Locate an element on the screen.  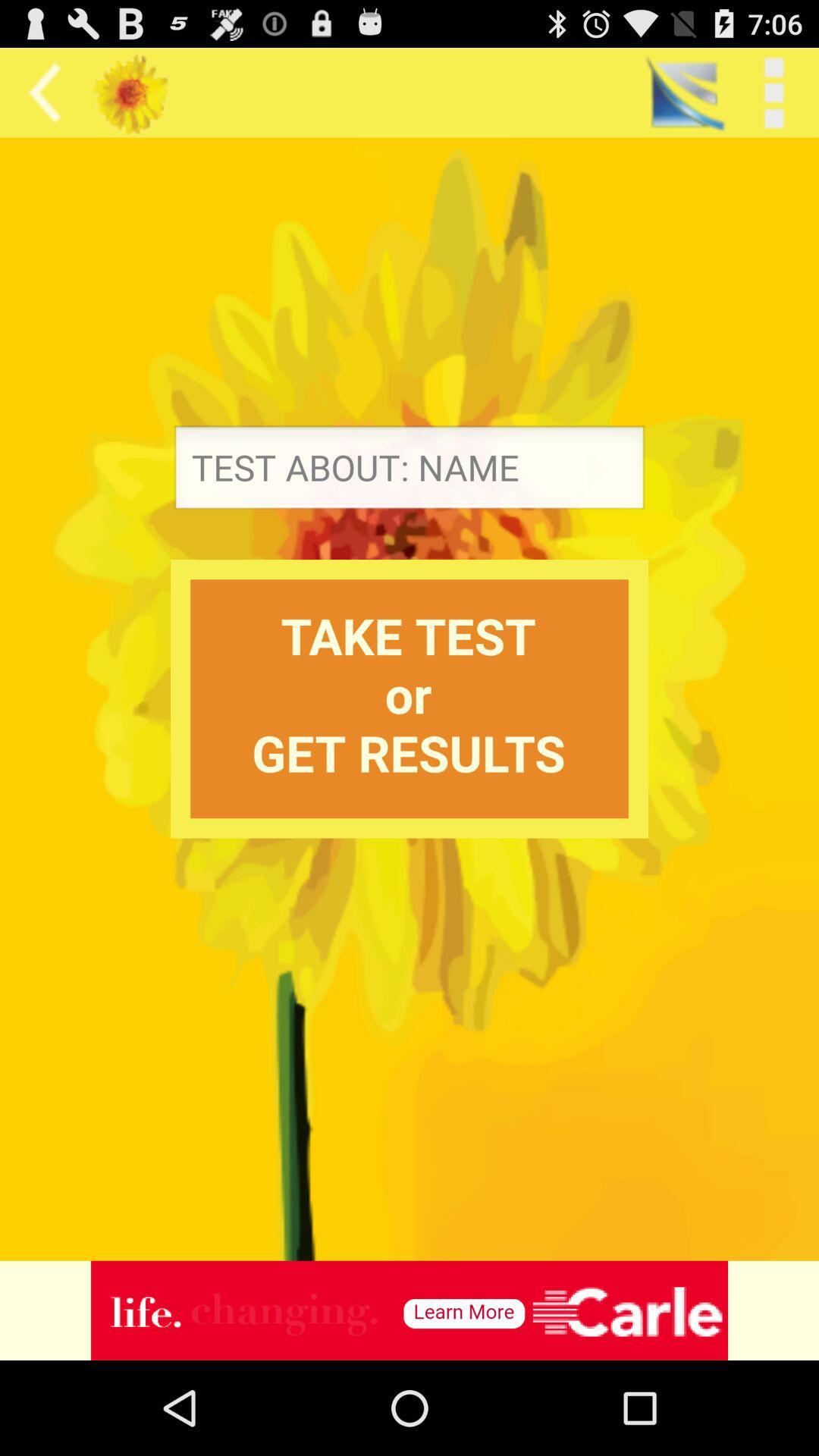
text about name is located at coordinates (409, 471).